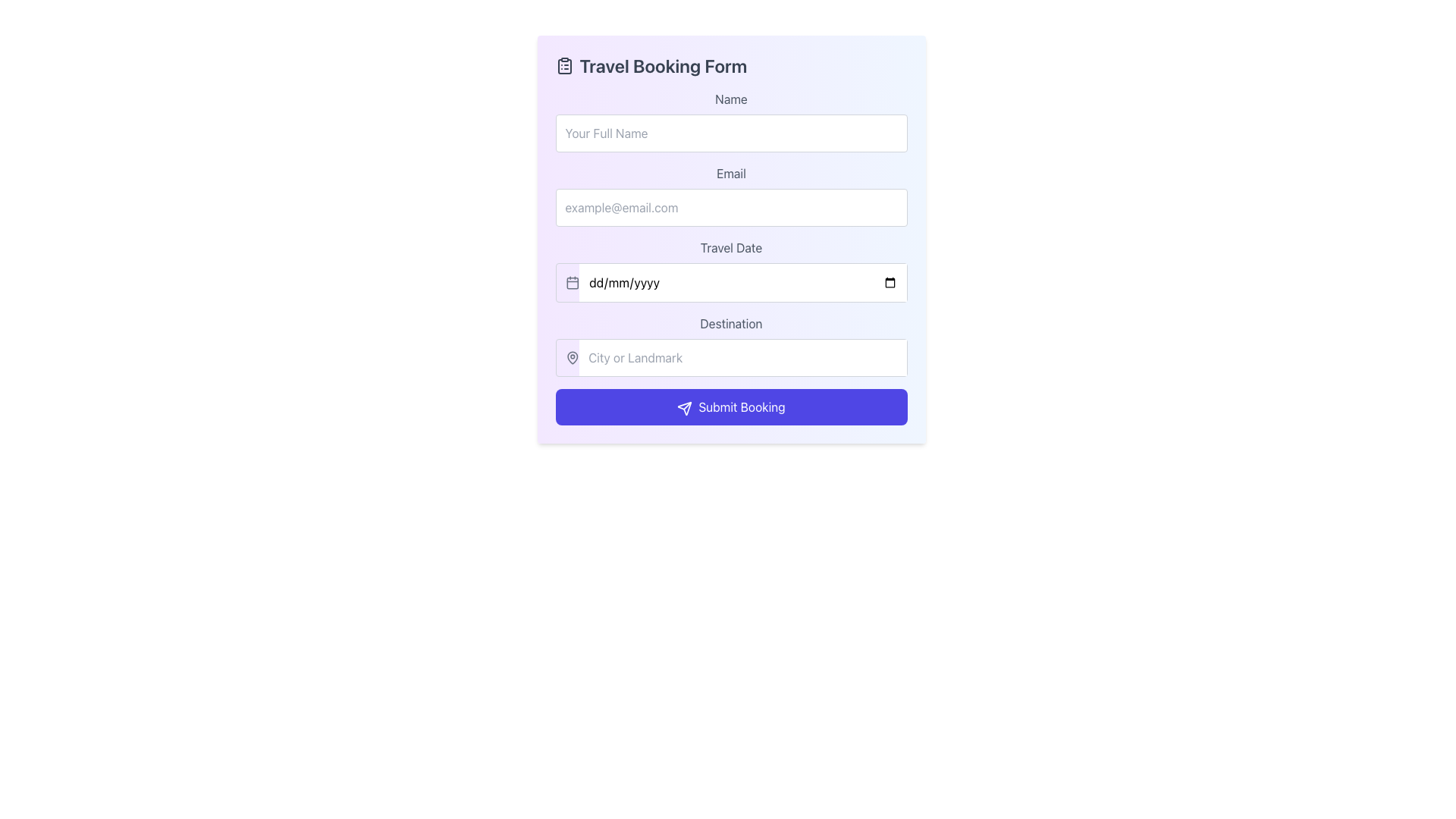  Describe the element at coordinates (571, 283) in the screenshot. I see `the decorative graphic element of the calendar icon located adjacent to the 'Travel Date' text label` at that location.